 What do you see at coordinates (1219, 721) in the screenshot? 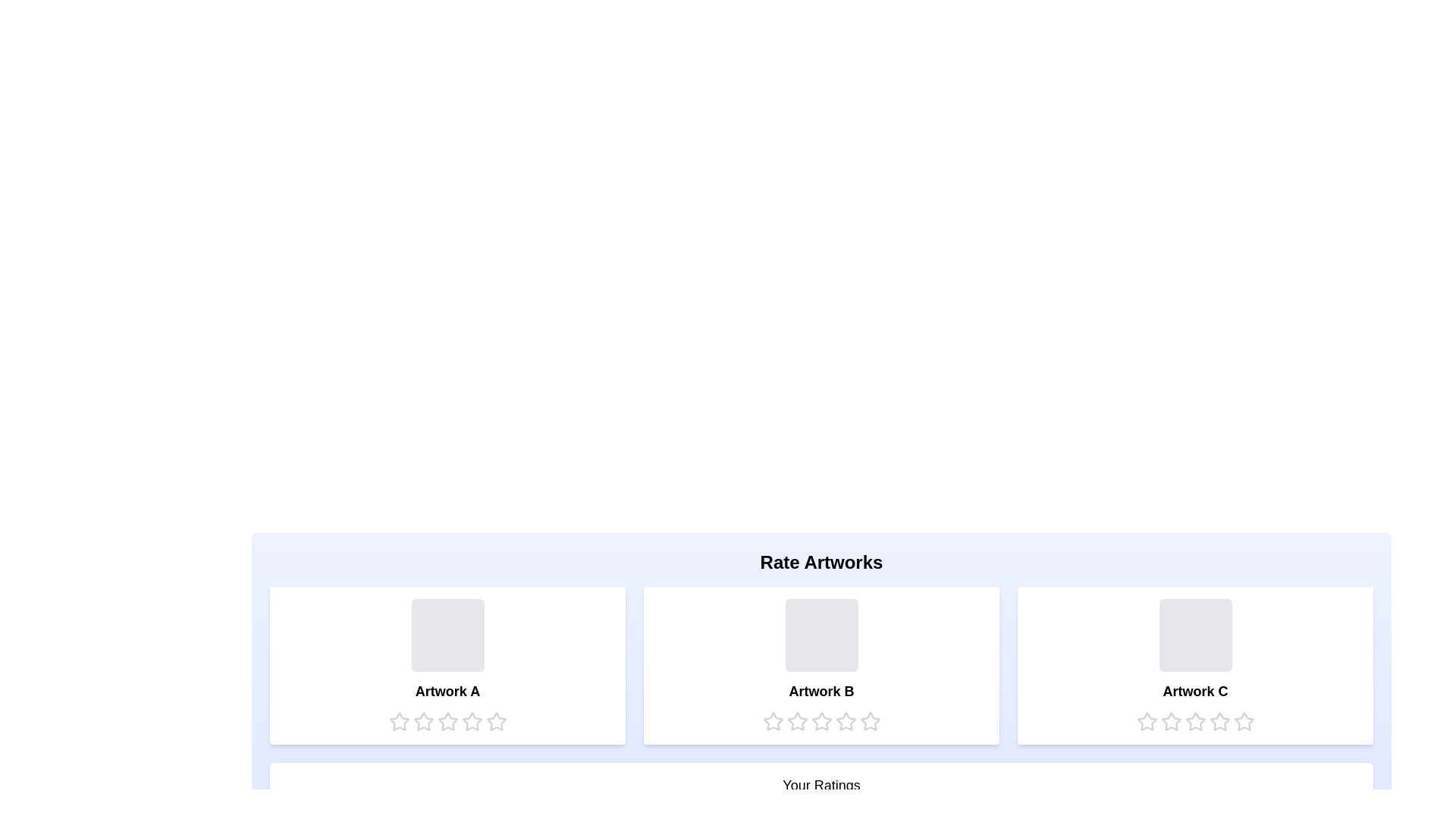
I see `the star corresponding to the rating 4 for the artwork Artwork C` at bounding box center [1219, 721].